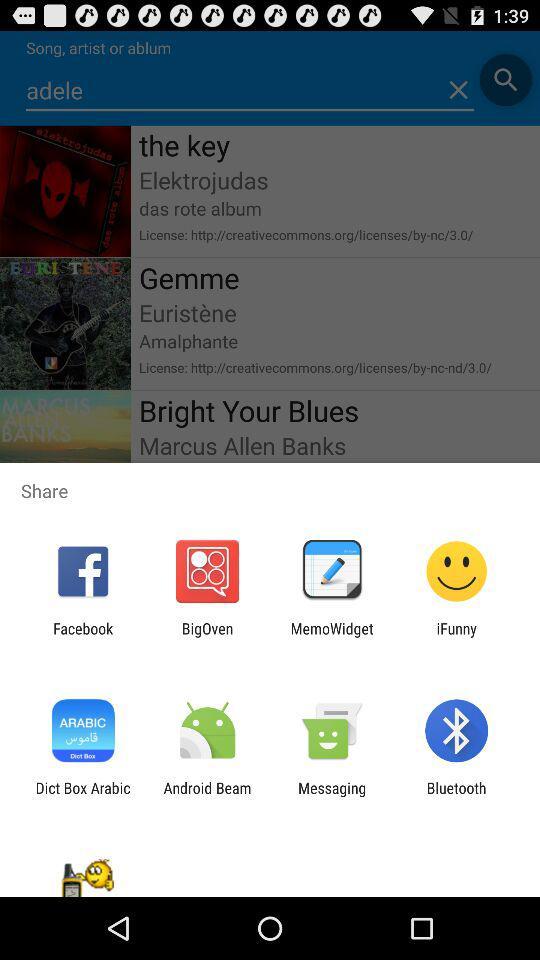 The width and height of the screenshot is (540, 960). I want to click on app next to messaging app, so click(456, 796).